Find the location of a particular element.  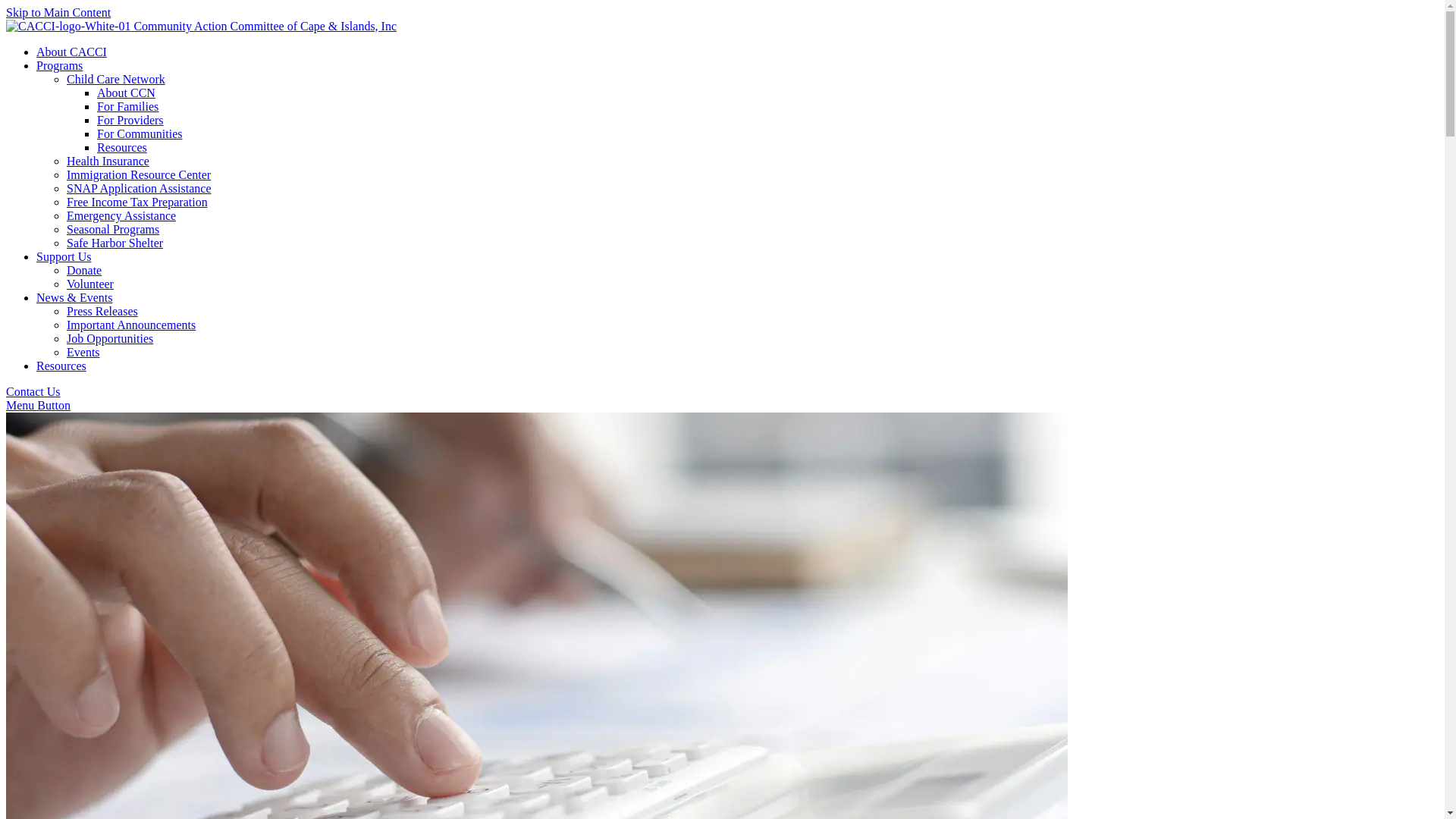

'For Communities' is located at coordinates (96, 133).